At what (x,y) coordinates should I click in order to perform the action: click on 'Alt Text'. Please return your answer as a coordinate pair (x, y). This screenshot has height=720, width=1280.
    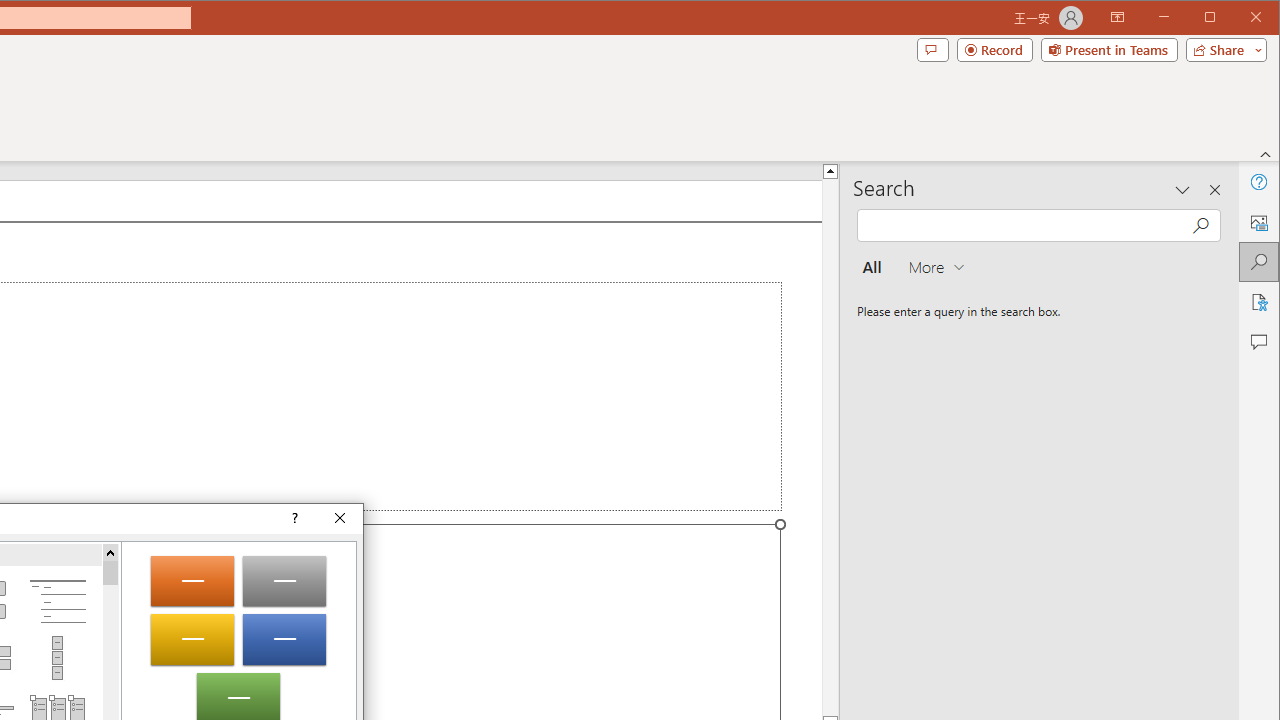
    Looking at the image, I should click on (1257, 222).